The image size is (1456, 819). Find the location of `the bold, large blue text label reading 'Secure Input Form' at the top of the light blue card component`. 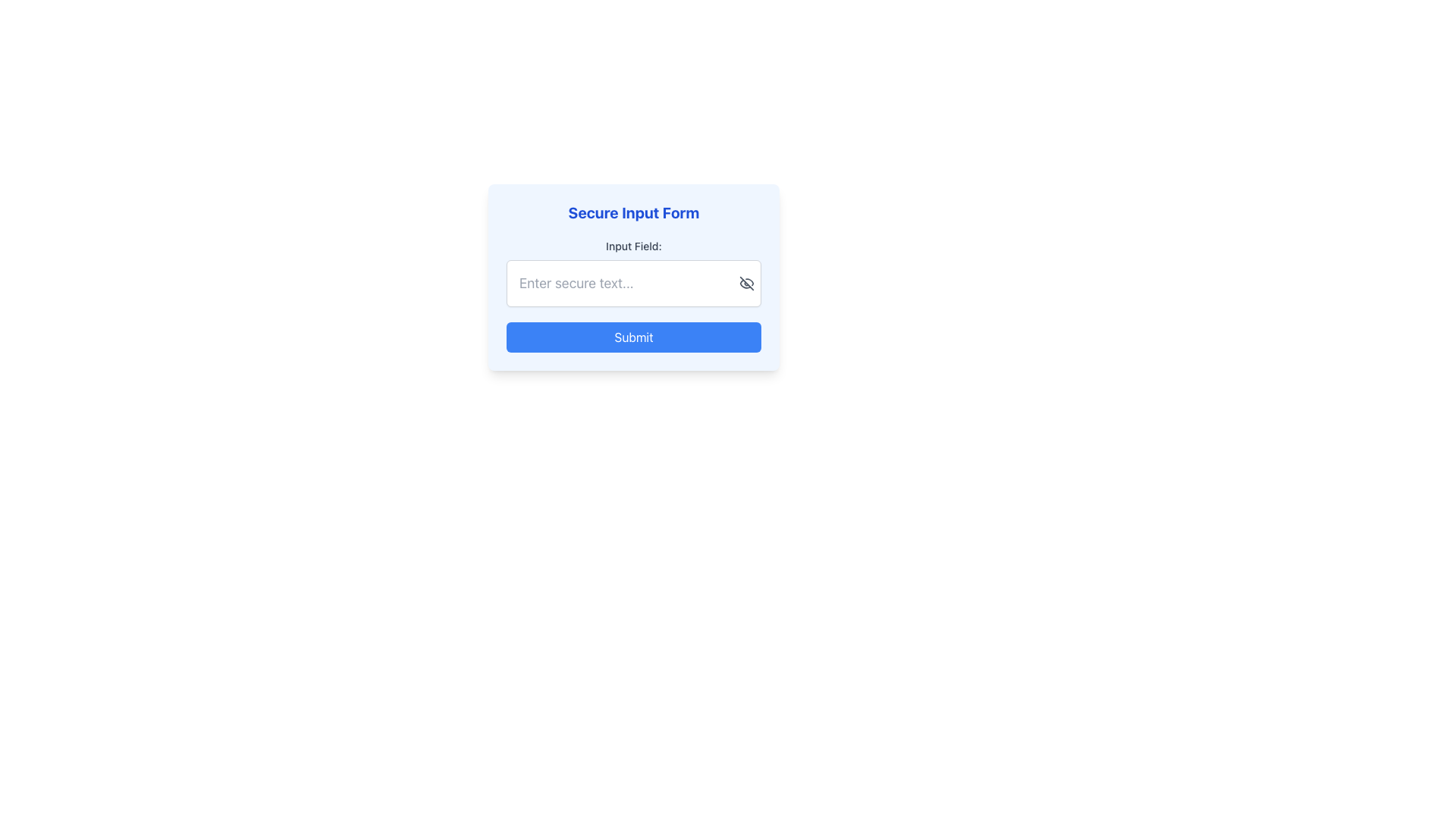

the bold, large blue text label reading 'Secure Input Form' at the top of the light blue card component is located at coordinates (633, 213).